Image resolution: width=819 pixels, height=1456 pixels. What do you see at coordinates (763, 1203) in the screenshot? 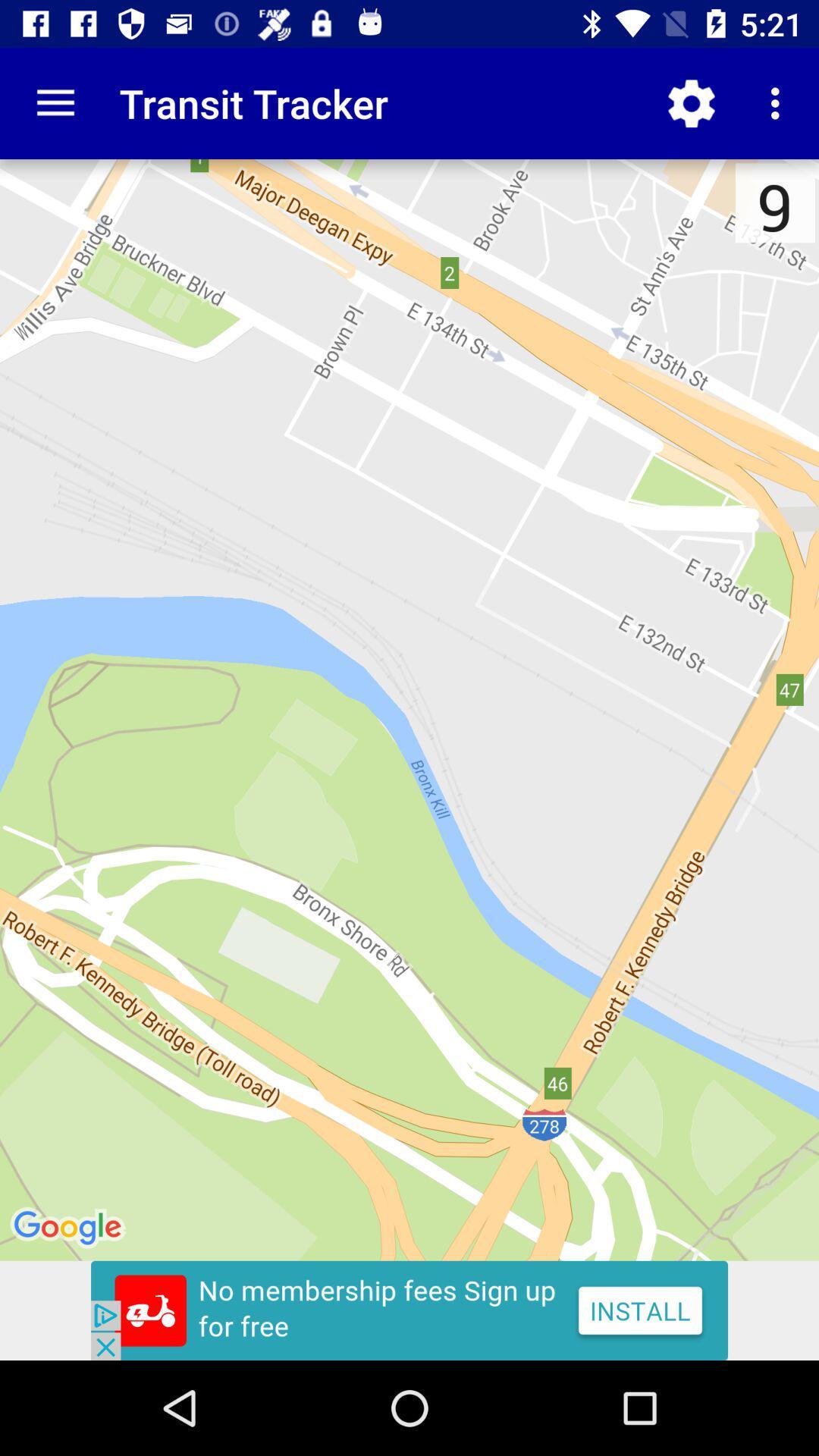
I see `the edit icon` at bounding box center [763, 1203].